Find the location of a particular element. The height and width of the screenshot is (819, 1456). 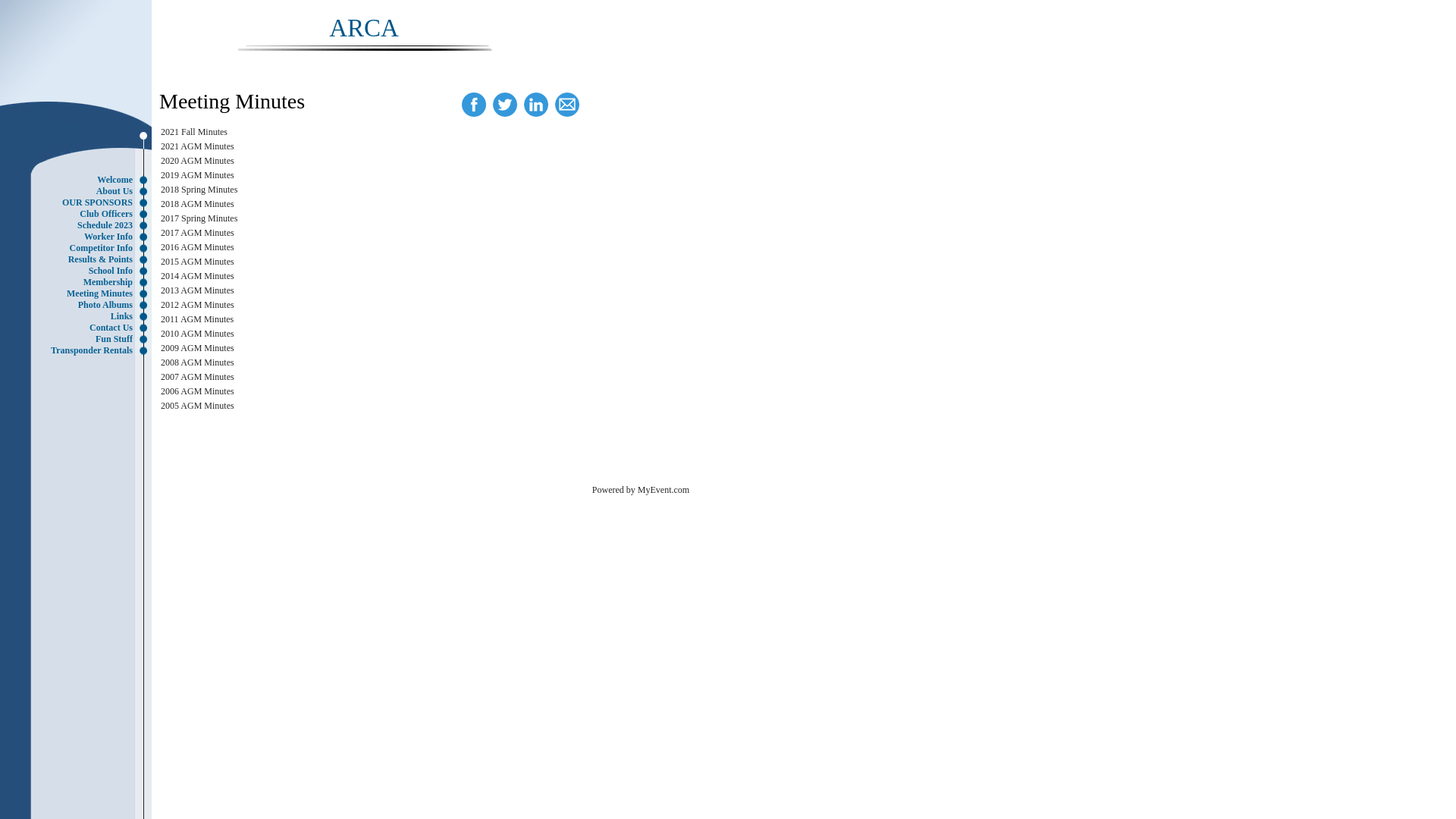

'Fun Stuff' is located at coordinates (79, 338).